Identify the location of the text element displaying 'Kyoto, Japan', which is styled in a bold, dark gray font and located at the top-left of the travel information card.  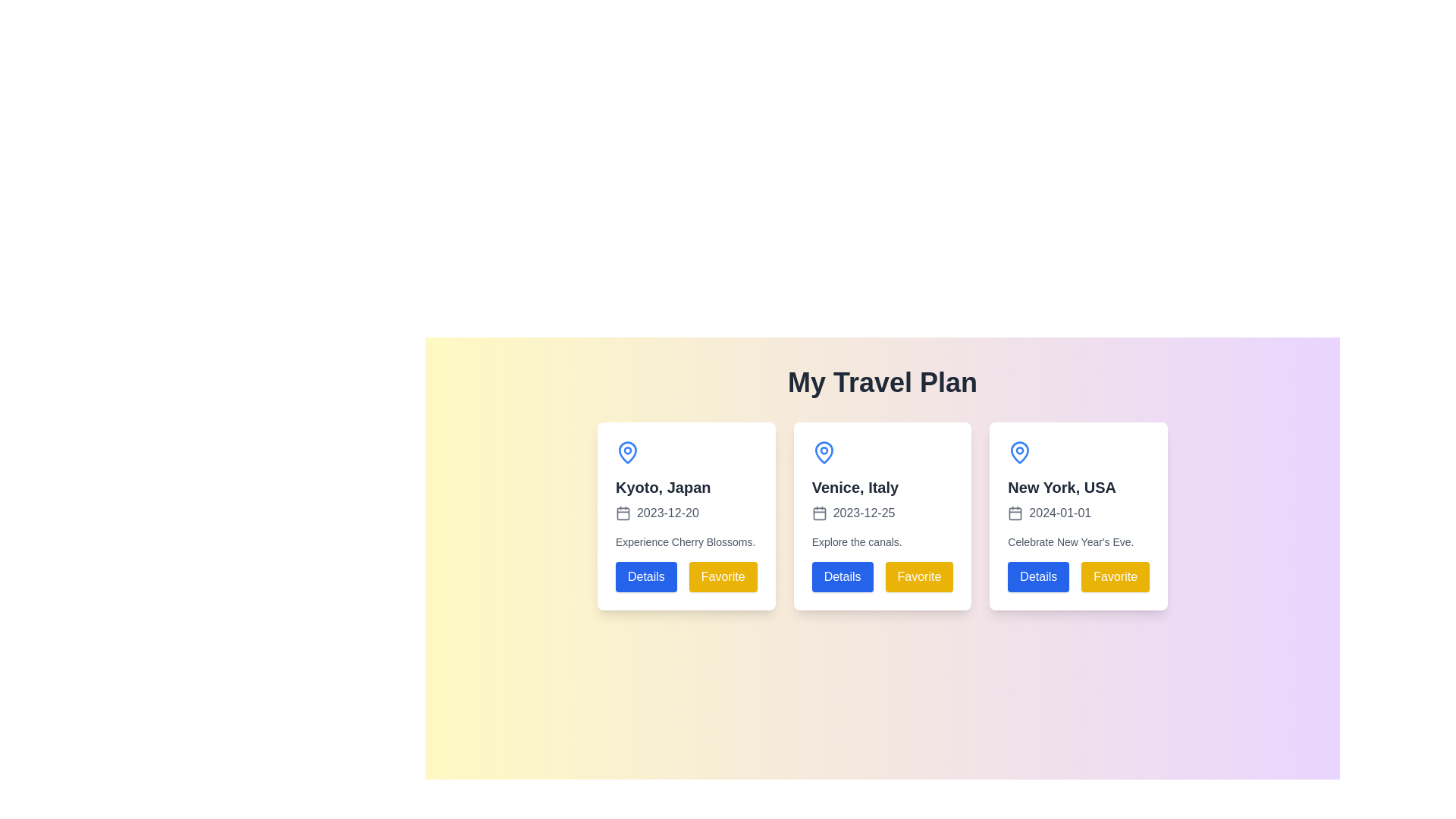
(663, 488).